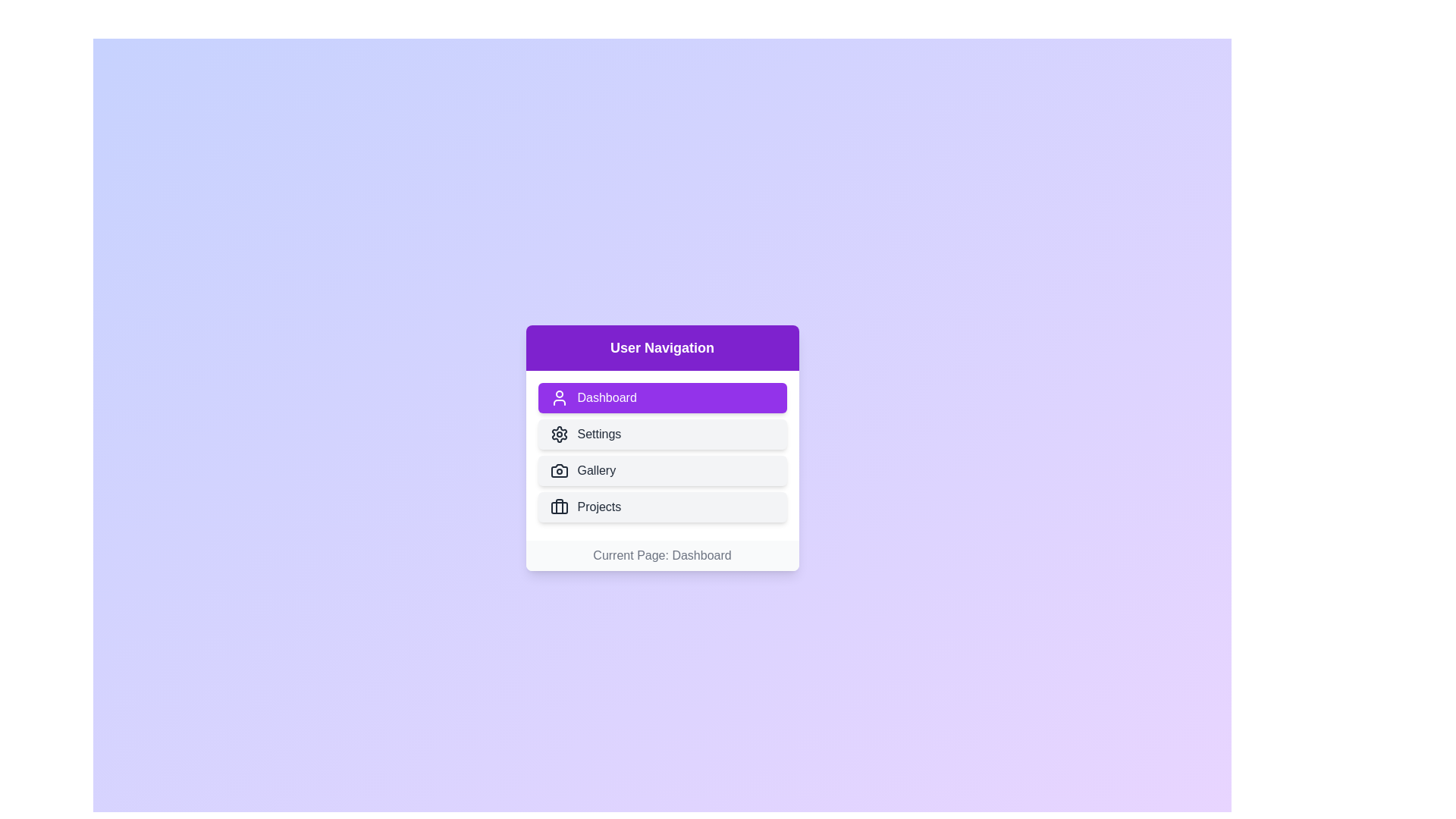 The height and width of the screenshot is (819, 1456). Describe the element at coordinates (662, 470) in the screenshot. I see `the Gallery button to navigate to the respective section` at that location.